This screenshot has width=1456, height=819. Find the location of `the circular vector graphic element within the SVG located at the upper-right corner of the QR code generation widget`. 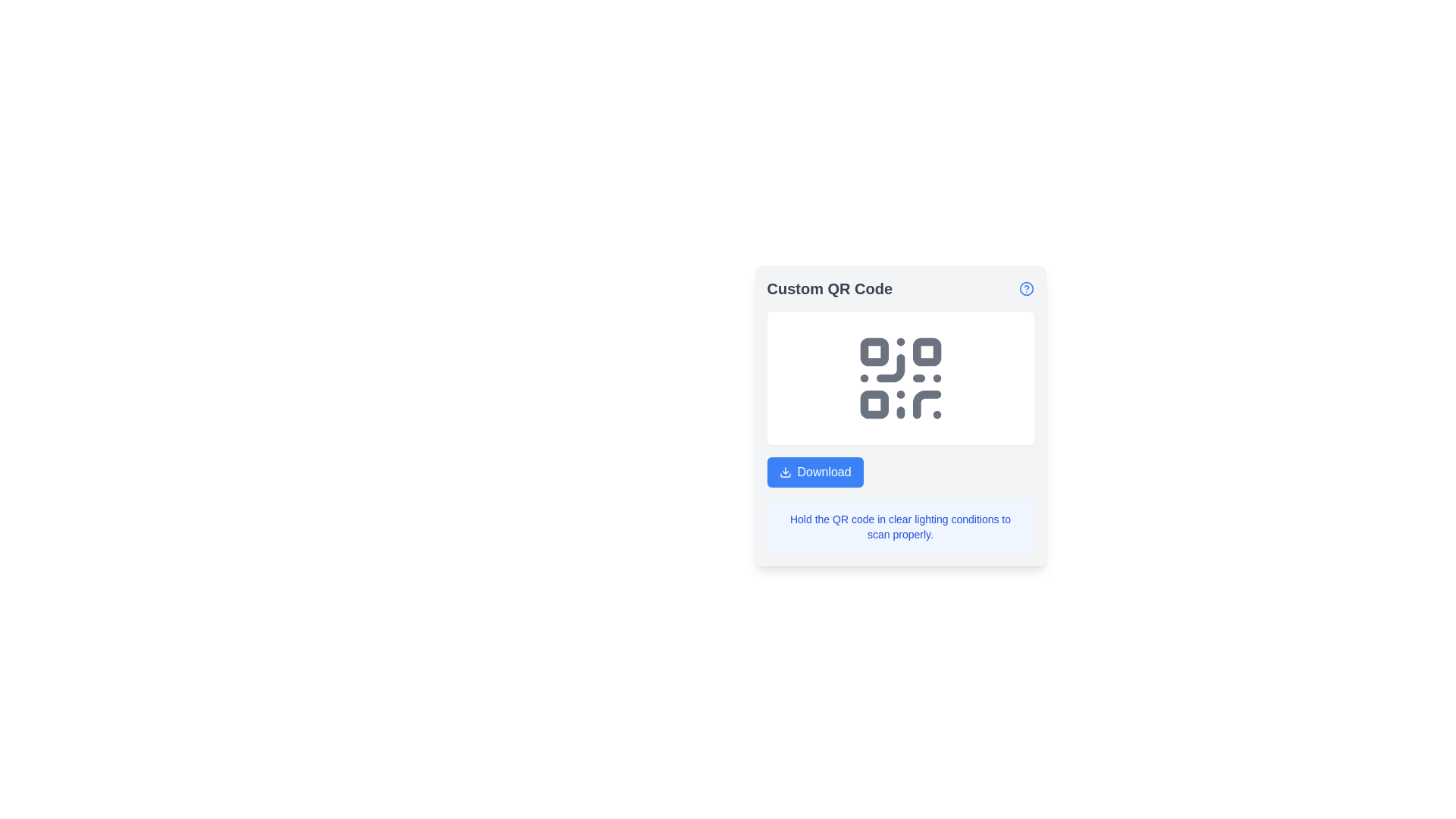

the circular vector graphic element within the SVG located at the upper-right corner of the QR code generation widget is located at coordinates (1026, 289).